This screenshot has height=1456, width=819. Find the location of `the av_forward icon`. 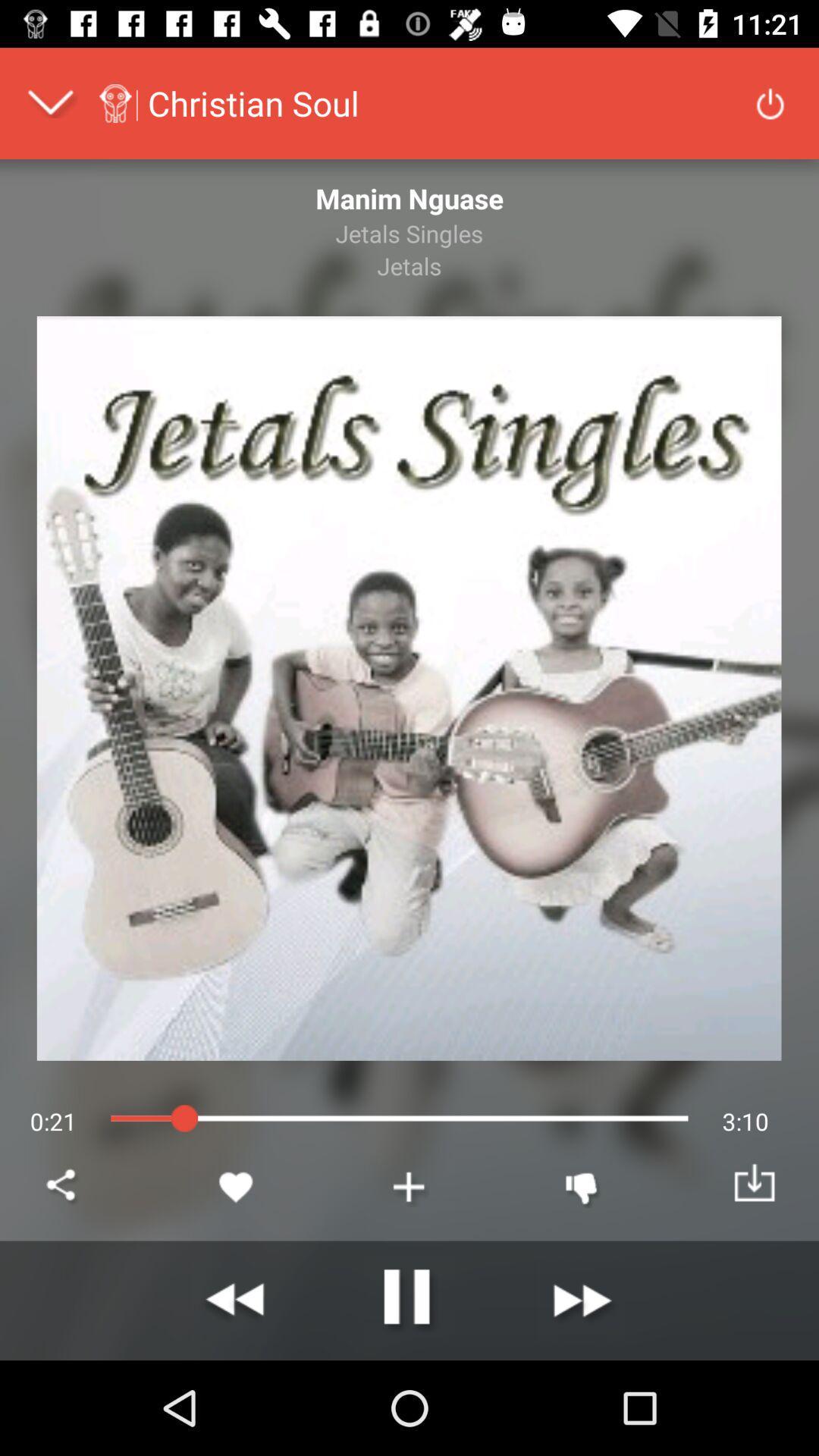

the av_forward icon is located at coordinates (581, 1300).